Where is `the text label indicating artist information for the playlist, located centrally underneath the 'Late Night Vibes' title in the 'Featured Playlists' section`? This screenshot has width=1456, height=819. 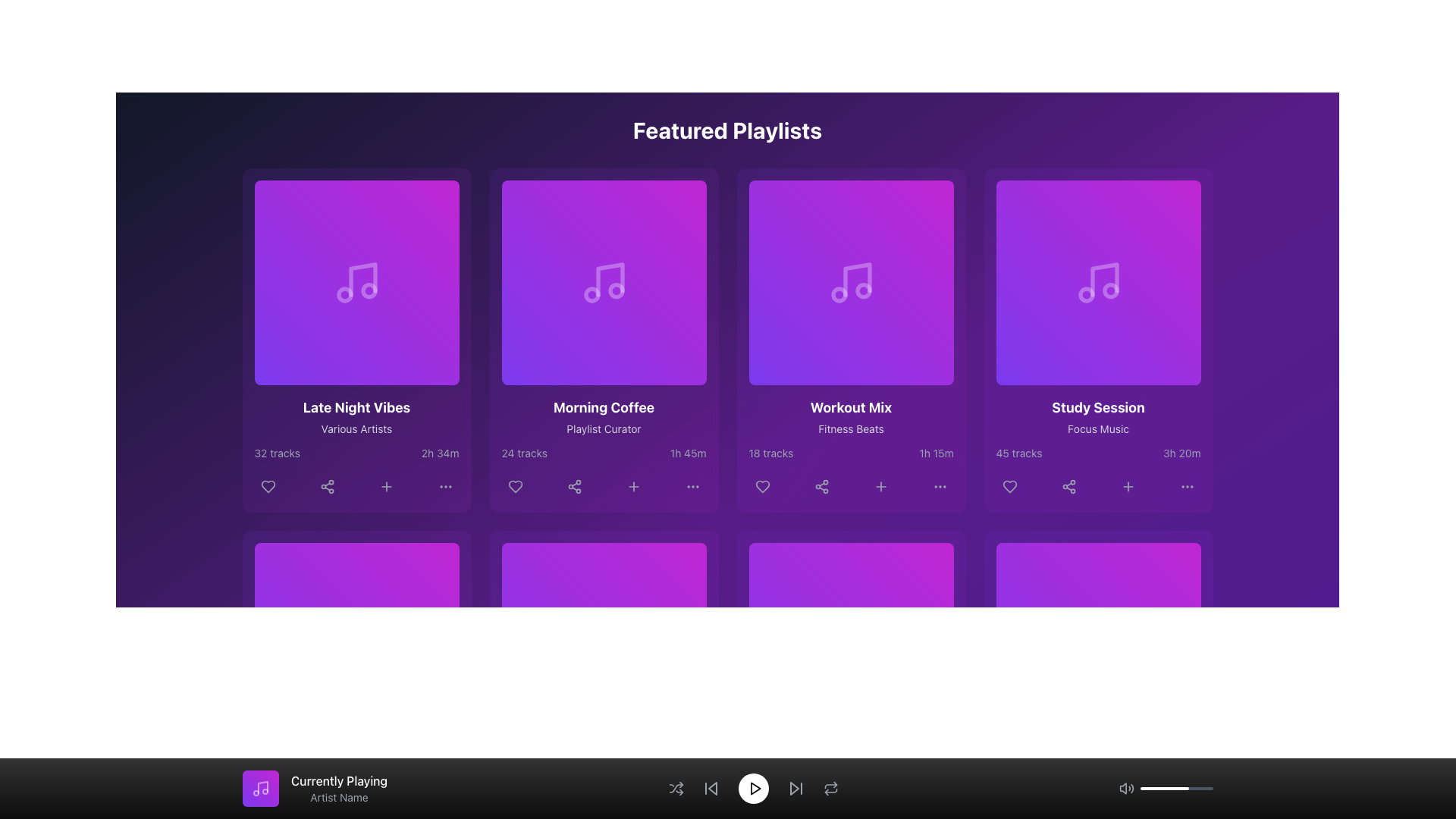
the text label indicating artist information for the playlist, located centrally underneath the 'Late Night Vibes' title in the 'Featured Playlists' section is located at coordinates (356, 429).